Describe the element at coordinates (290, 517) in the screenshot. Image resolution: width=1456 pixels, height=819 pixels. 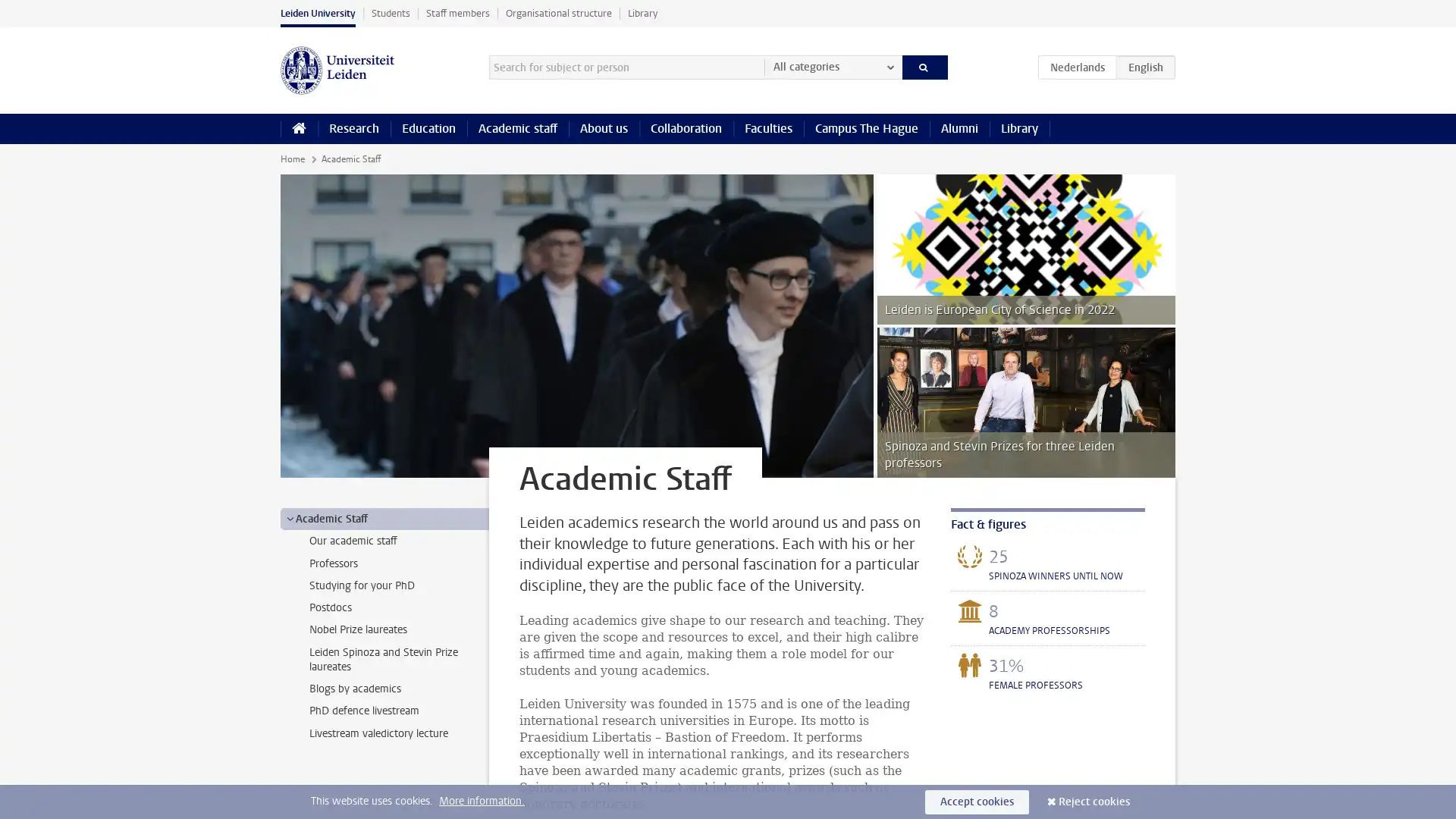
I see `>` at that location.